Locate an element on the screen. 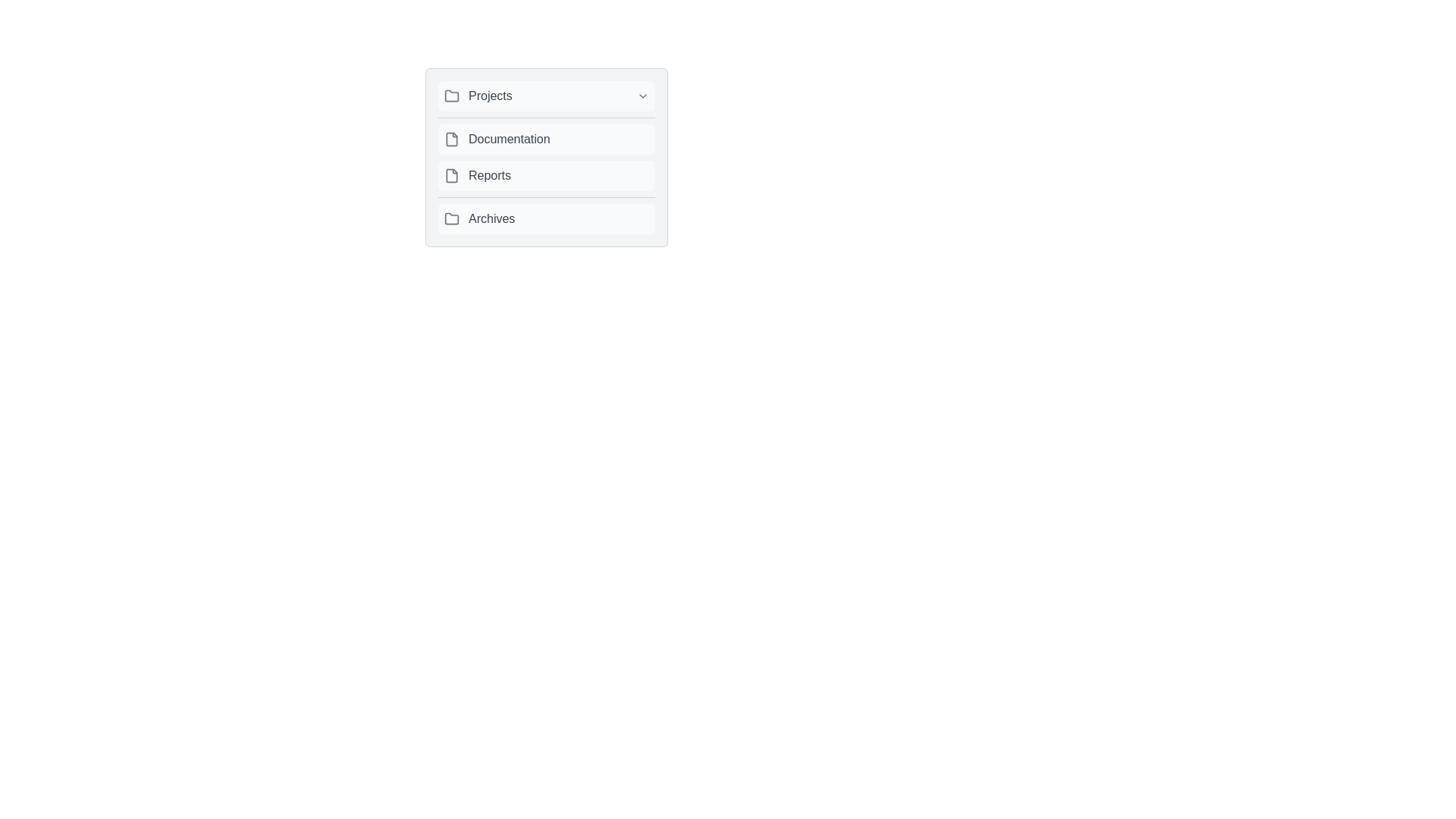 The width and height of the screenshot is (1456, 819). the fourth separator line in the vertically stacked list, which is positioned beneath the 'Reports' item and above the 'Archives' item is located at coordinates (546, 196).